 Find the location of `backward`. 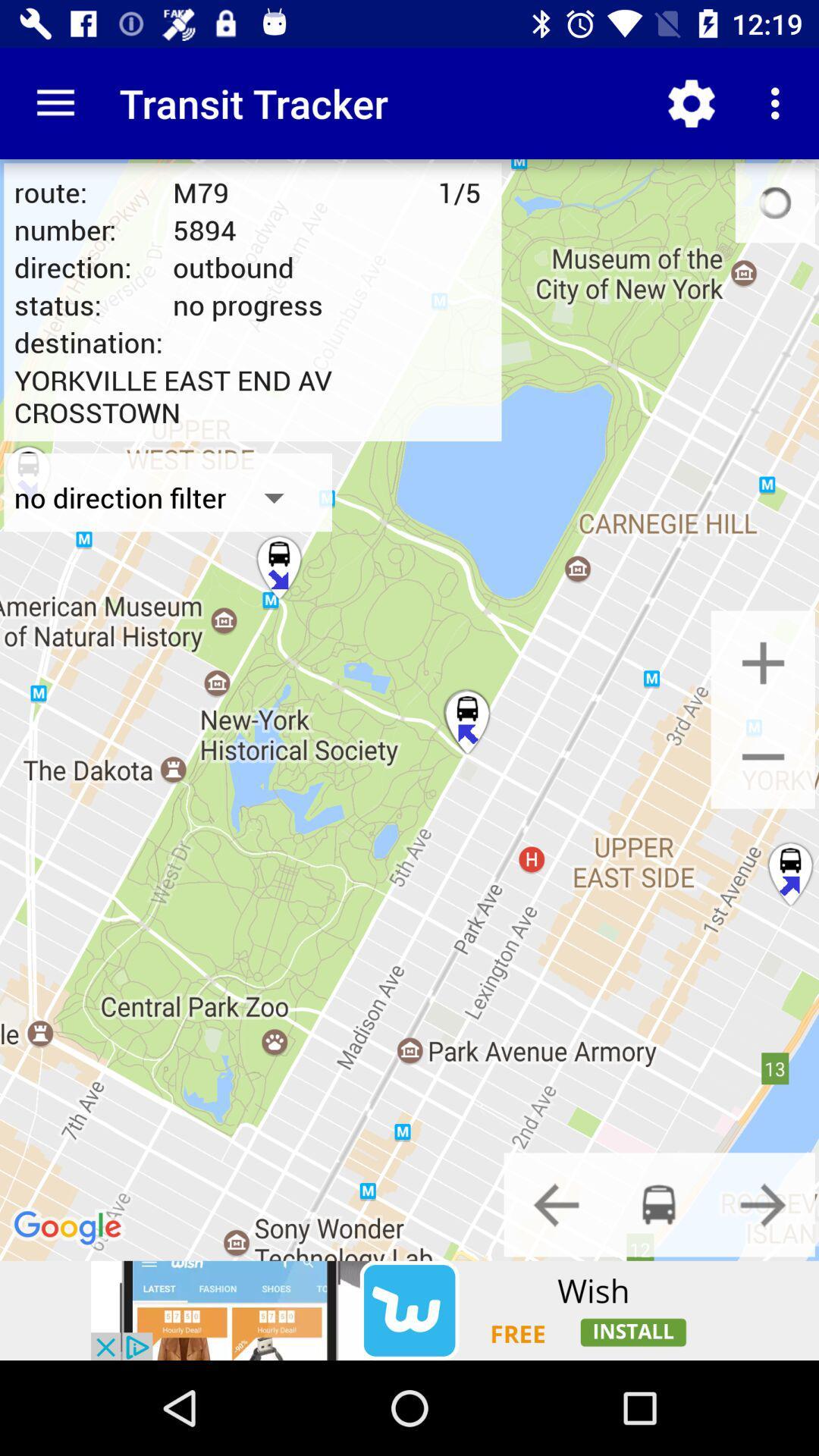

backward is located at coordinates (556, 1203).